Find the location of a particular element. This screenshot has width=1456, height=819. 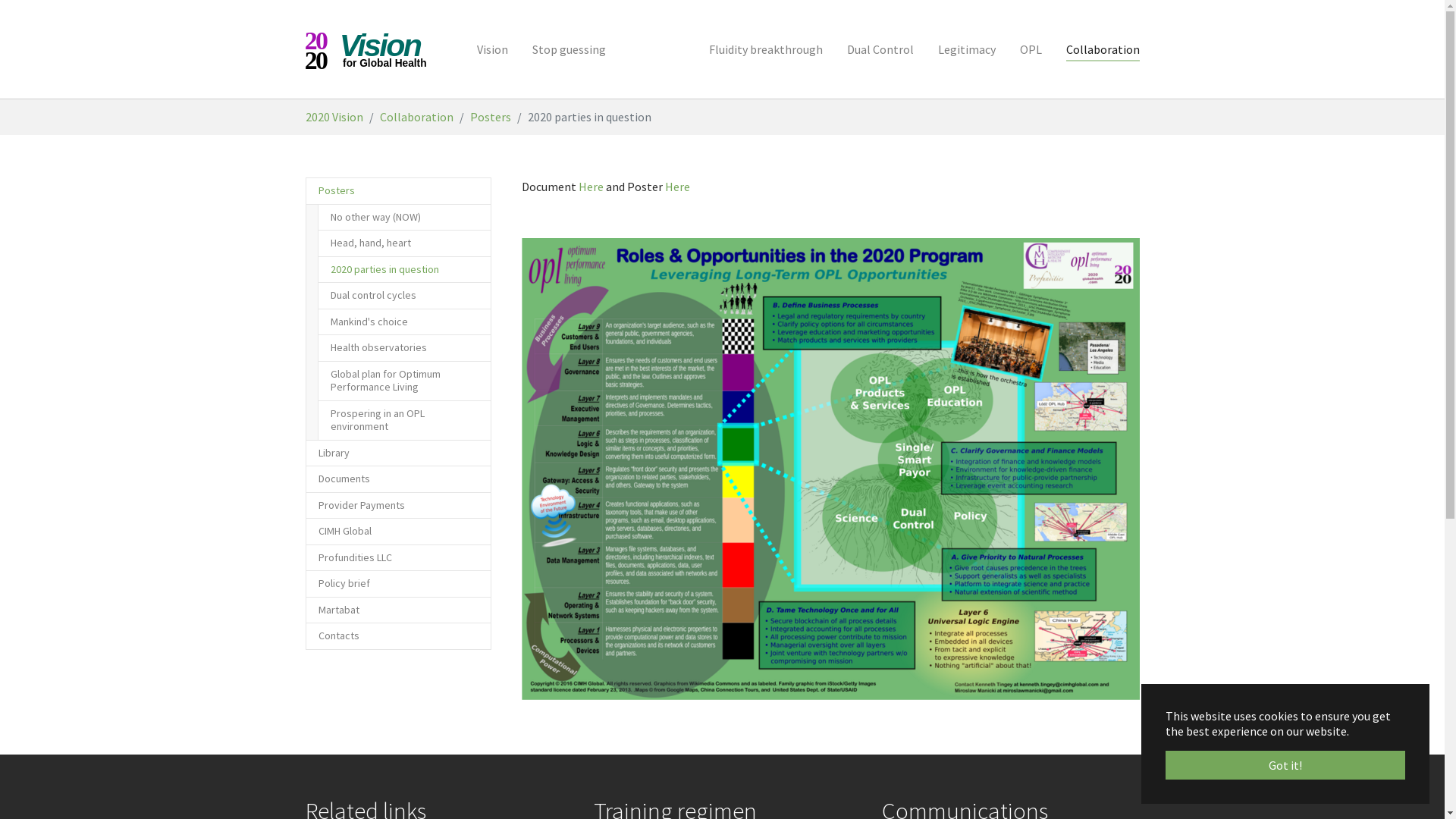

'Here' is located at coordinates (589, 186).